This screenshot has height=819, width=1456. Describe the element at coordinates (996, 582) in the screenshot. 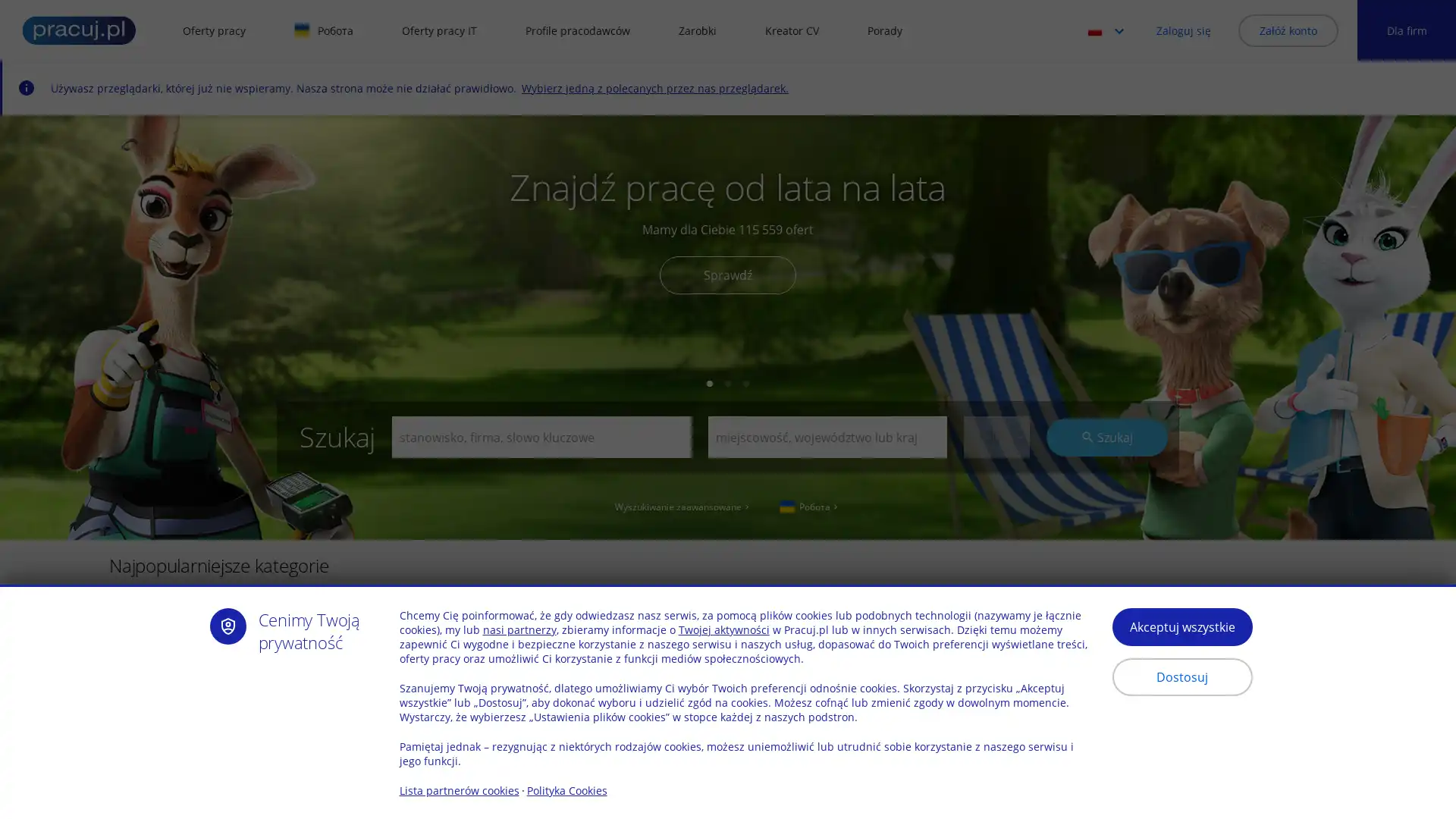

I see `+ 25 km` at that location.